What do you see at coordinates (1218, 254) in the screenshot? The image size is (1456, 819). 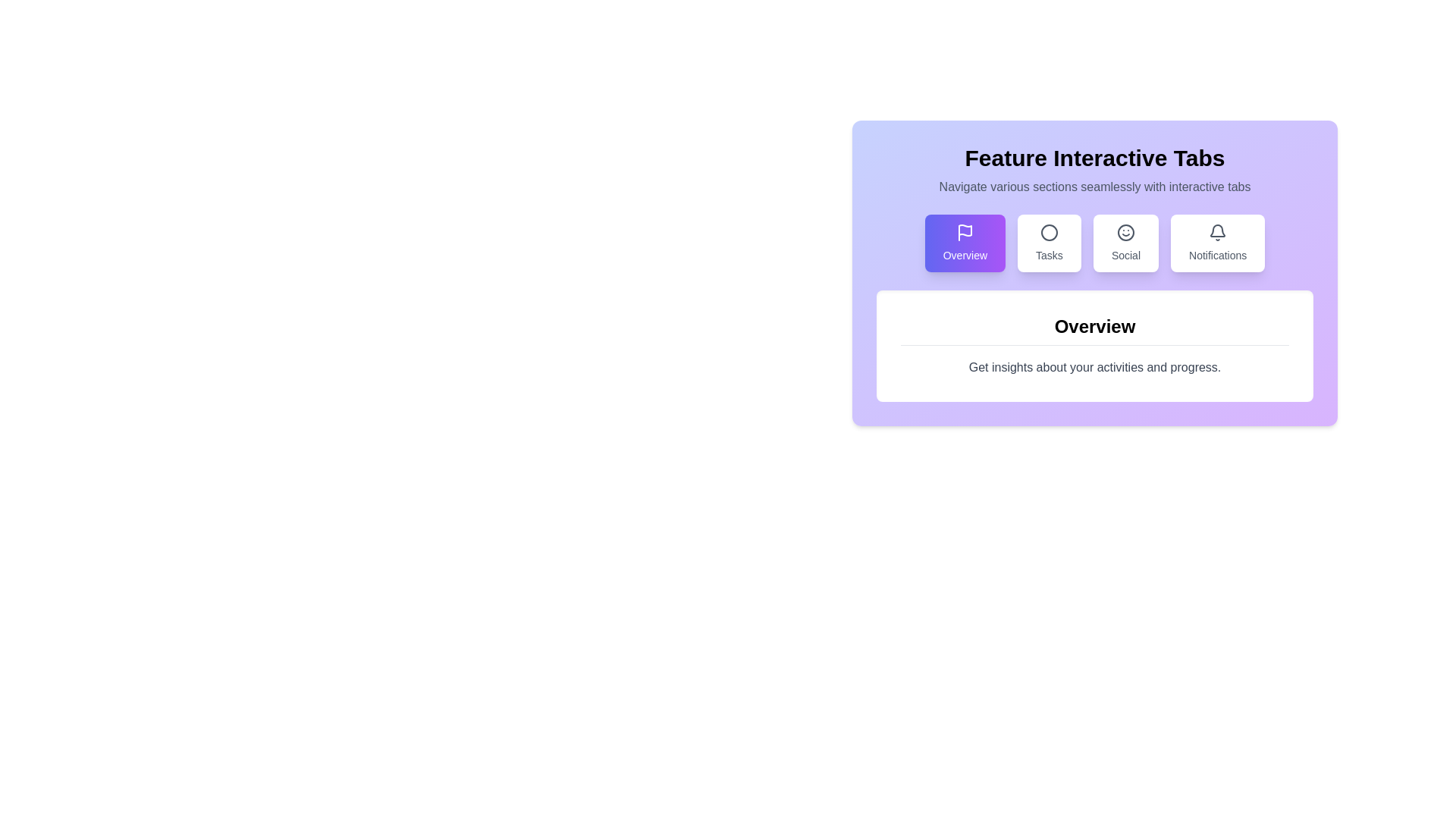 I see `Notifications tab text label located beneath the bell icon in the fourth tab of the top navigation panel` at bounding box center [1218, 254].